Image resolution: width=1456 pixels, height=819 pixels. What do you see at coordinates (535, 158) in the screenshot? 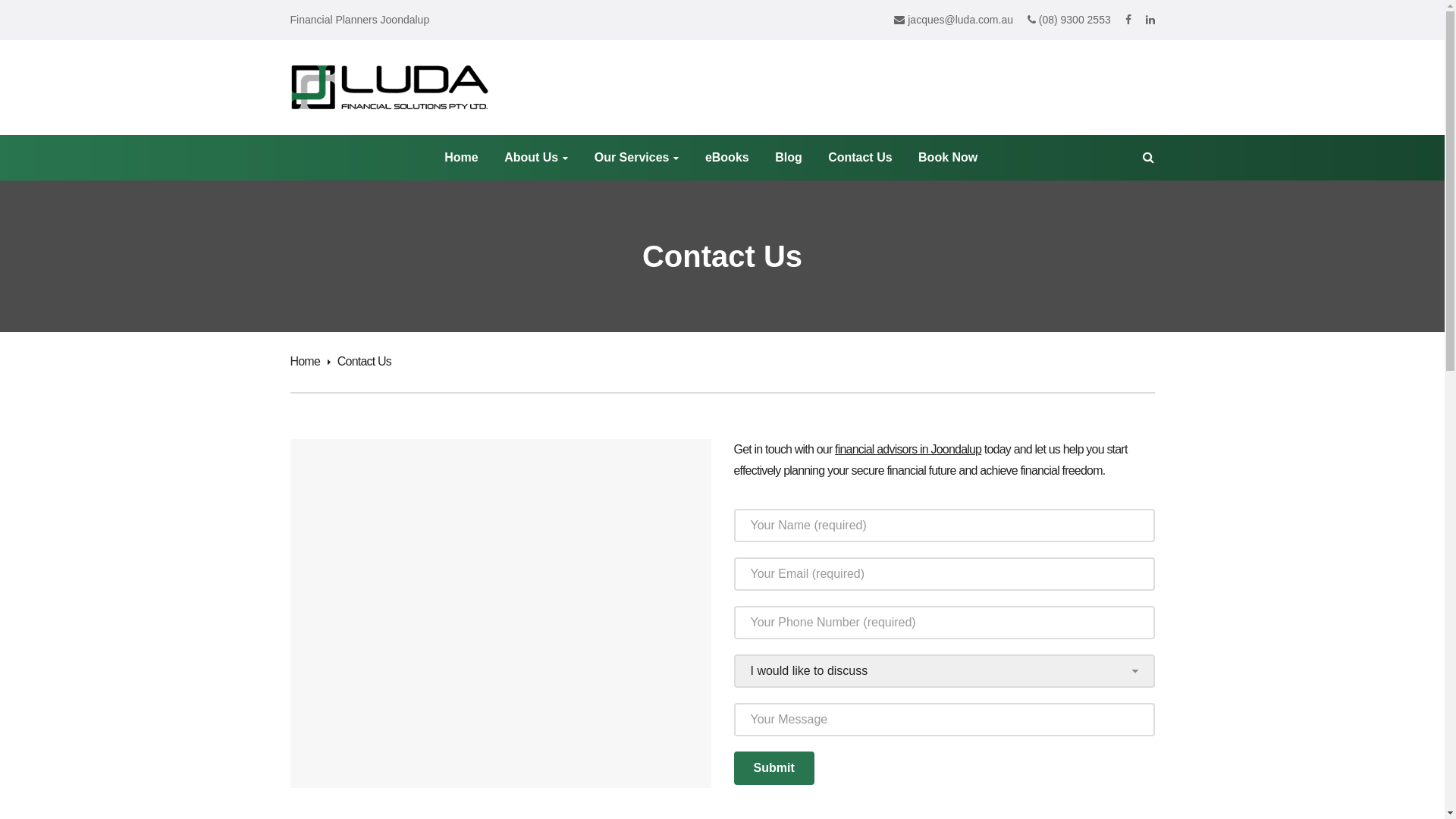
I see `'About Us'` at bounding box center [535, 158].